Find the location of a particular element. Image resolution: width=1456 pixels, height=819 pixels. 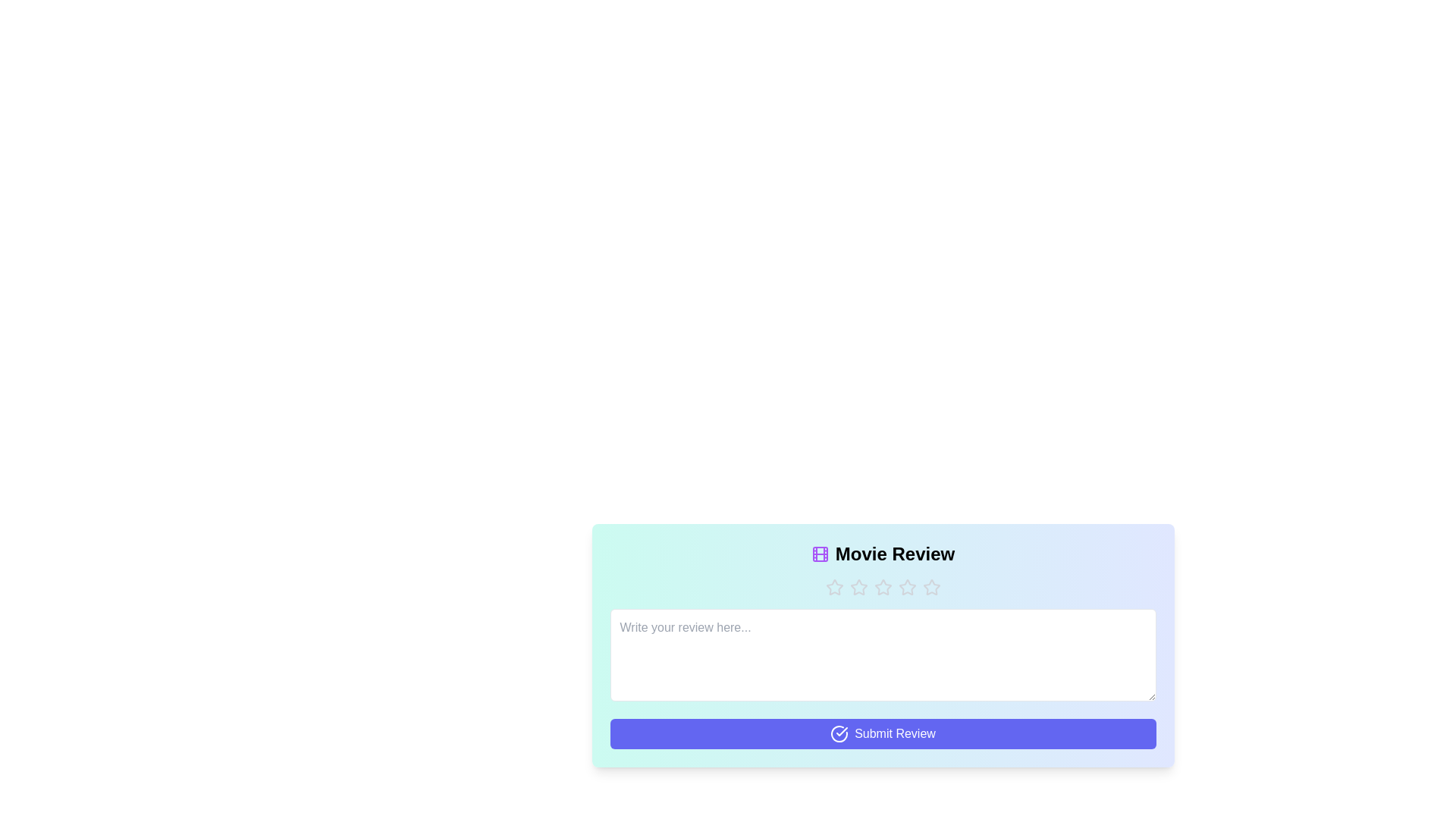

the button with text 'Star 5' to observe its hover effect is located at coordinates (930, 587).